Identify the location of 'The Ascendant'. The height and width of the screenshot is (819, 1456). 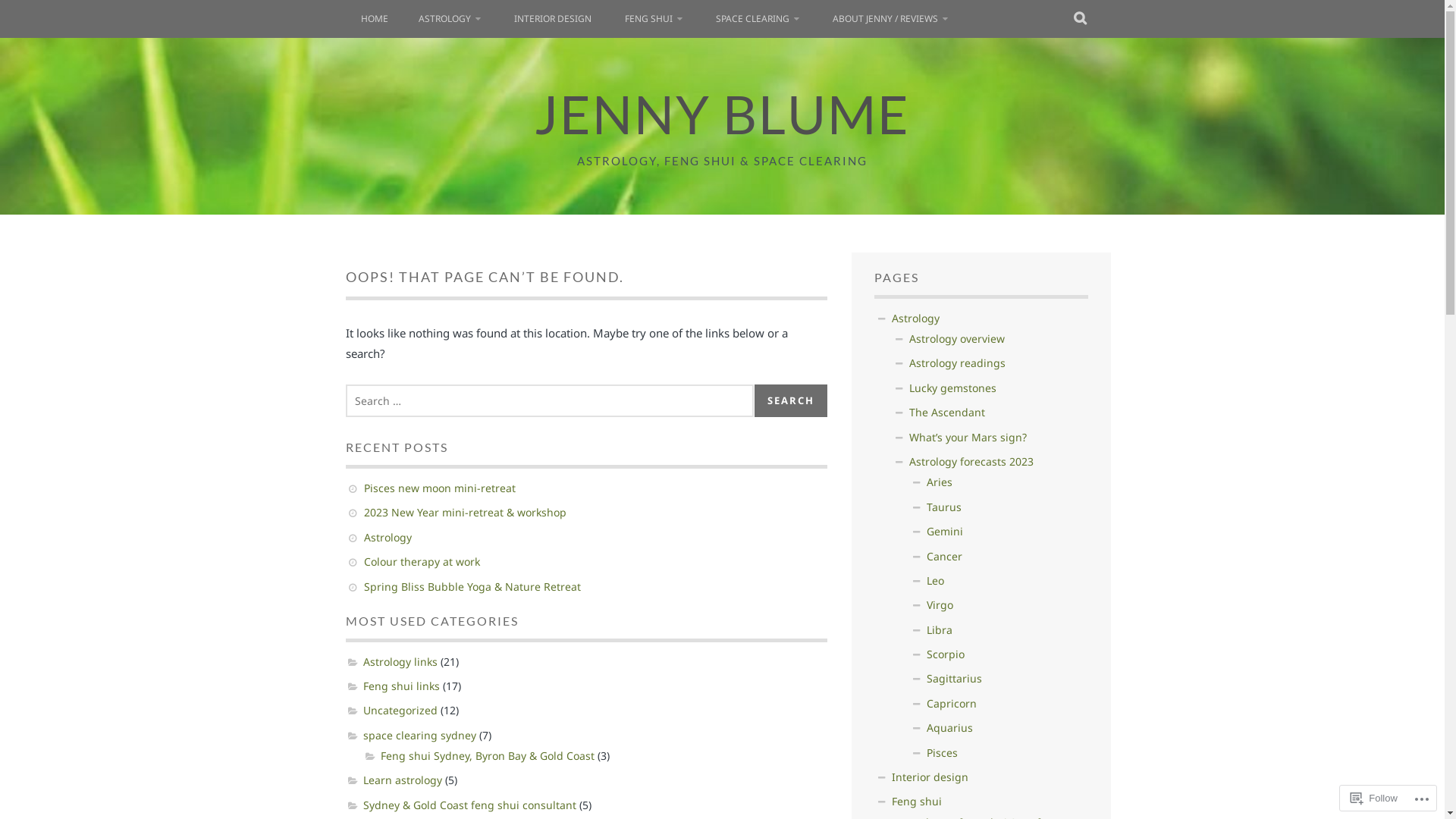
(946, 412).